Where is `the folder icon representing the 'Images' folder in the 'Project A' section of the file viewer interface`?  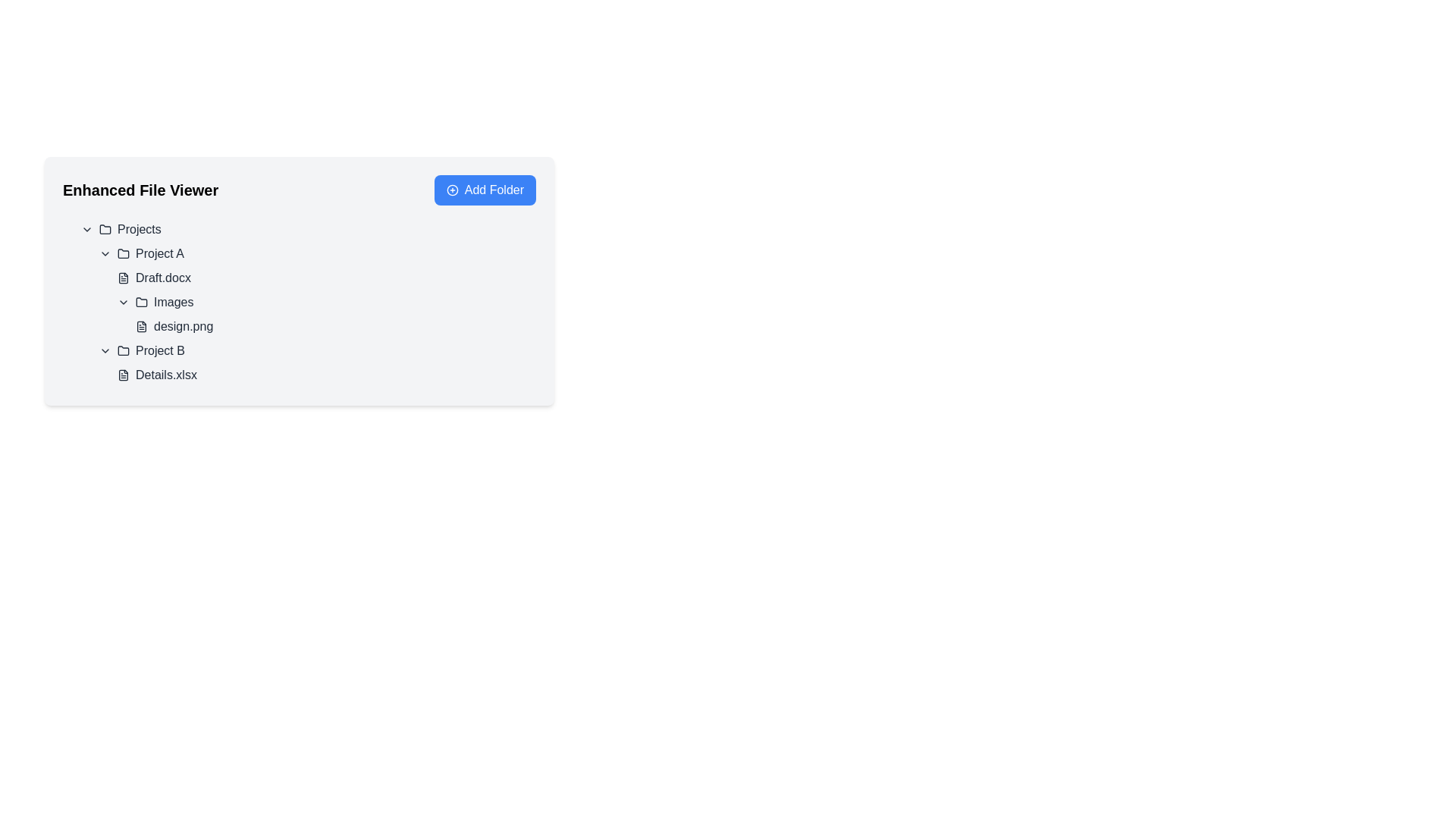
the folder icon representing the 'Images' folder in the 'Project A' section of the file viewer interface is located at coordinates (142, 302).